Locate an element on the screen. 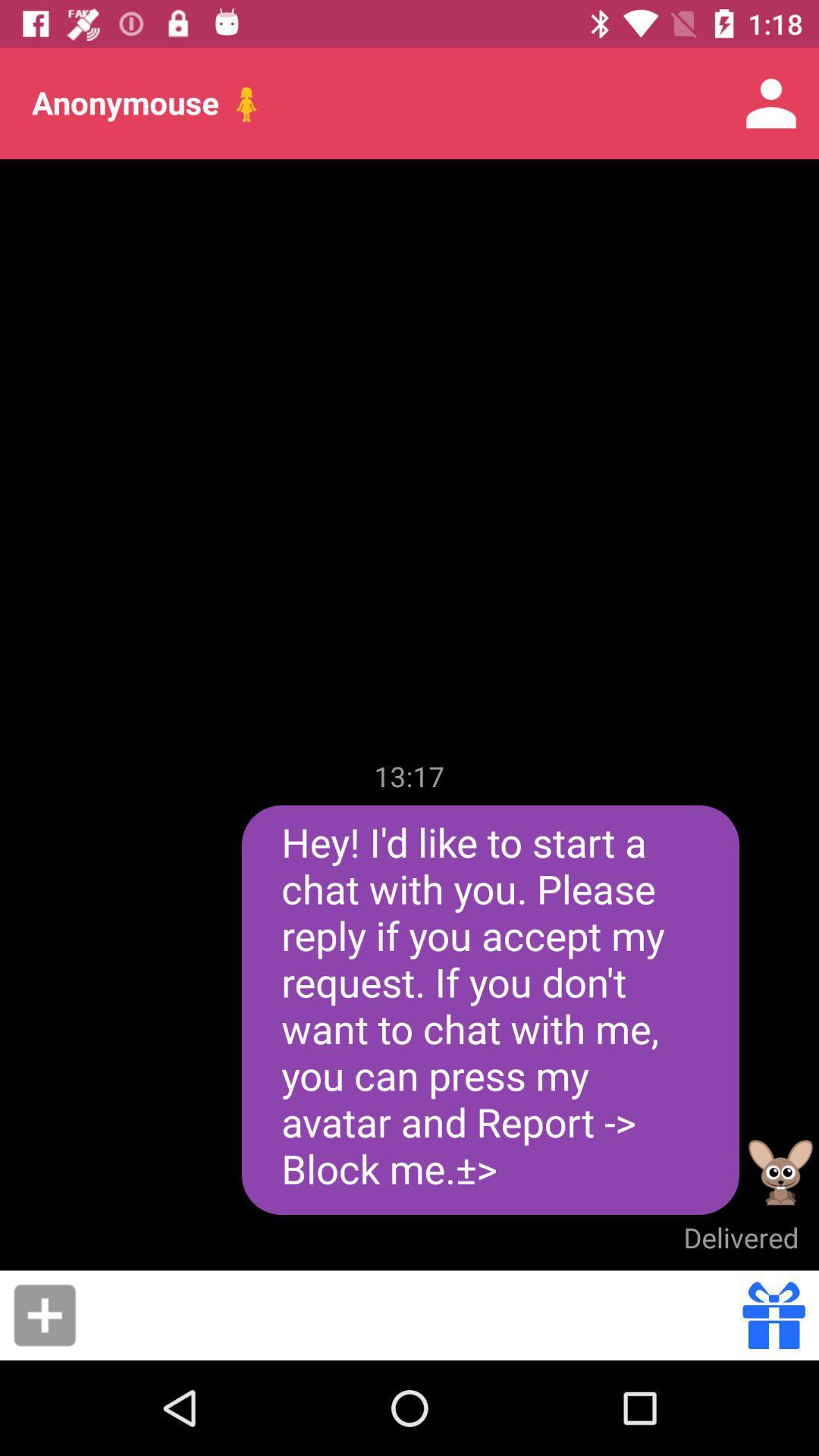 The width and height of the screenshot is (819, 1456). item at the top right corner is located at coordinates (771, 102).